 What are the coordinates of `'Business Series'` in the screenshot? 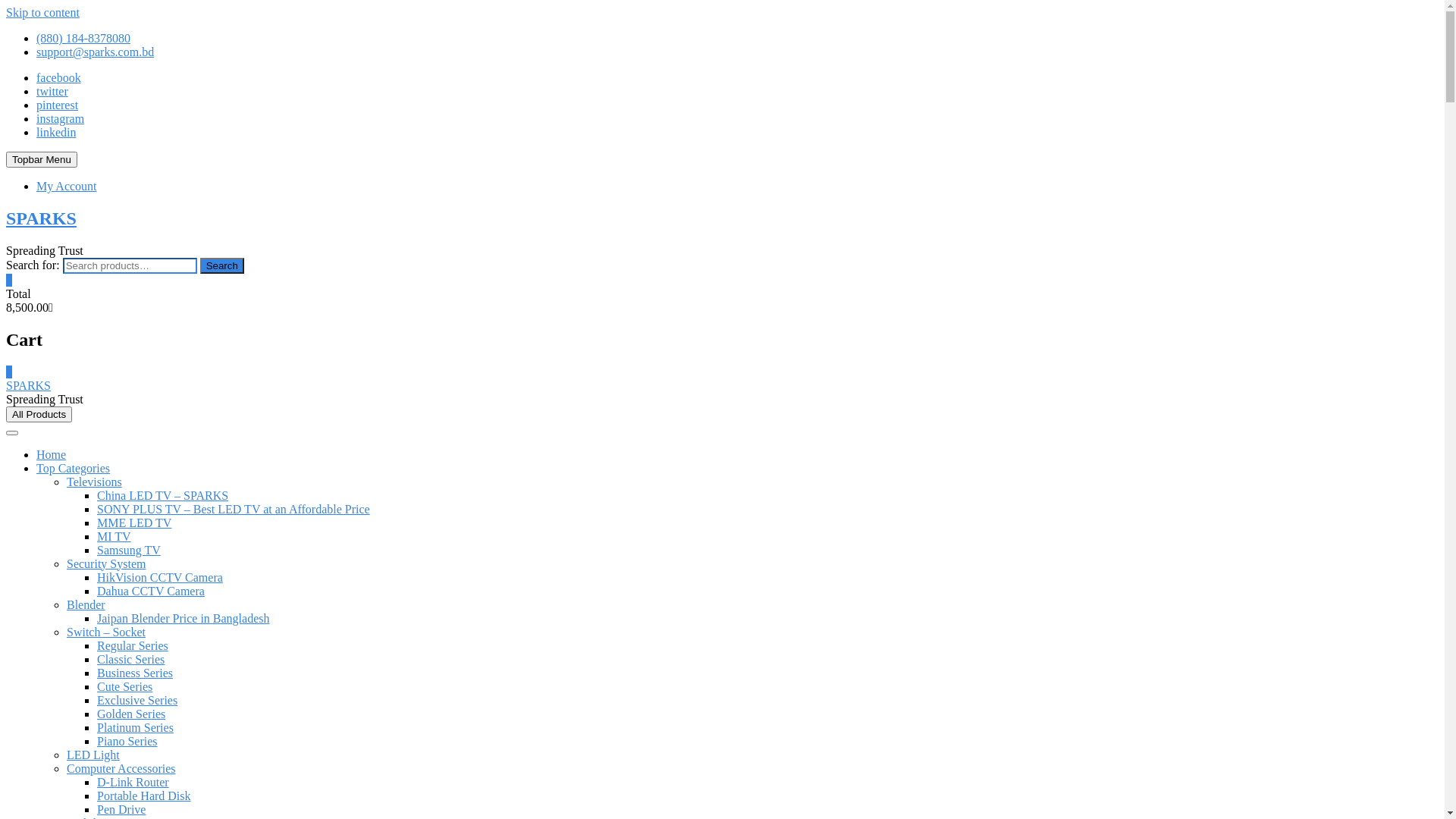 It's located at (134, 672).